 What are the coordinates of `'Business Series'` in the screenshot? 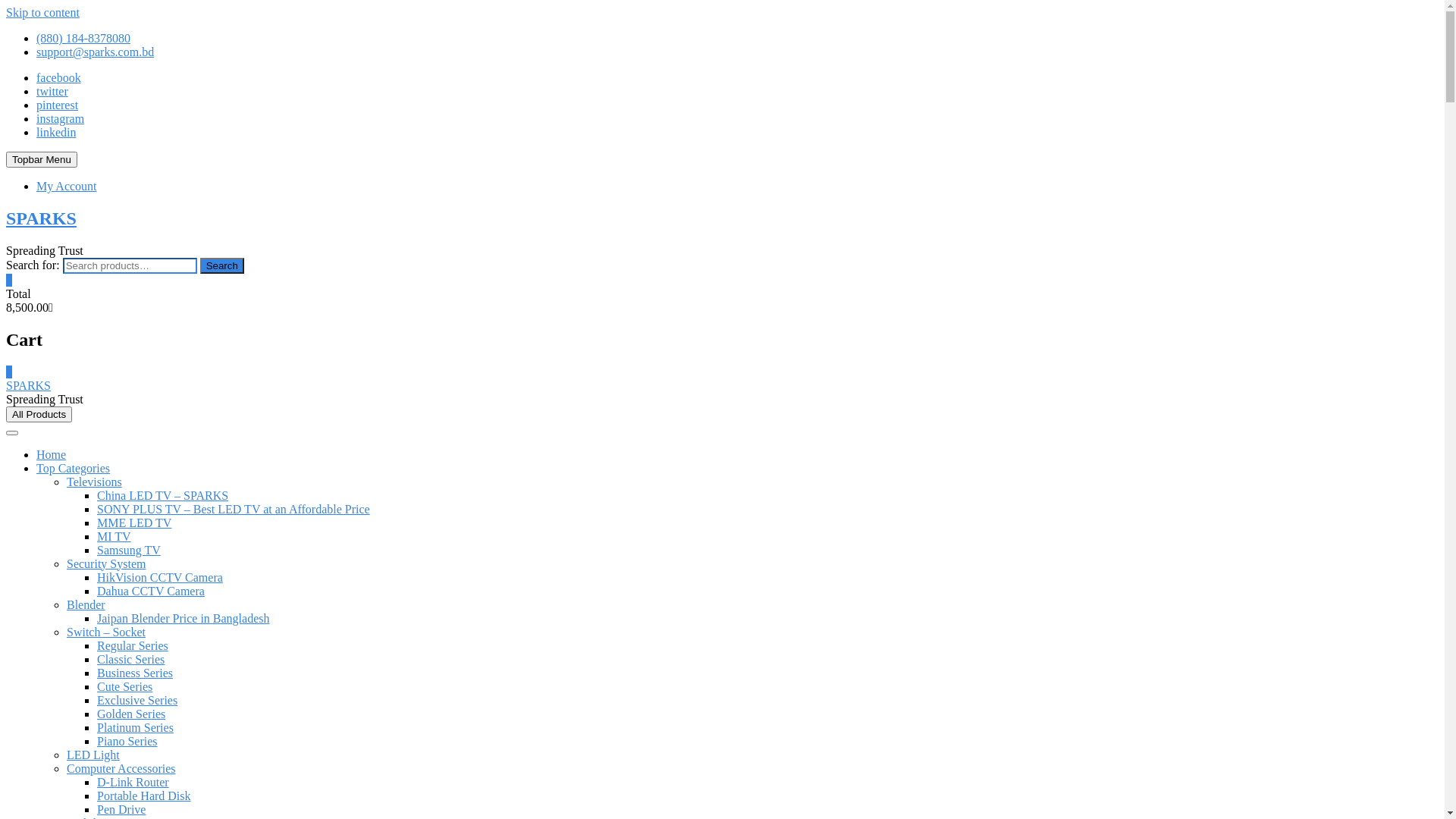 It's located at (134, 672).